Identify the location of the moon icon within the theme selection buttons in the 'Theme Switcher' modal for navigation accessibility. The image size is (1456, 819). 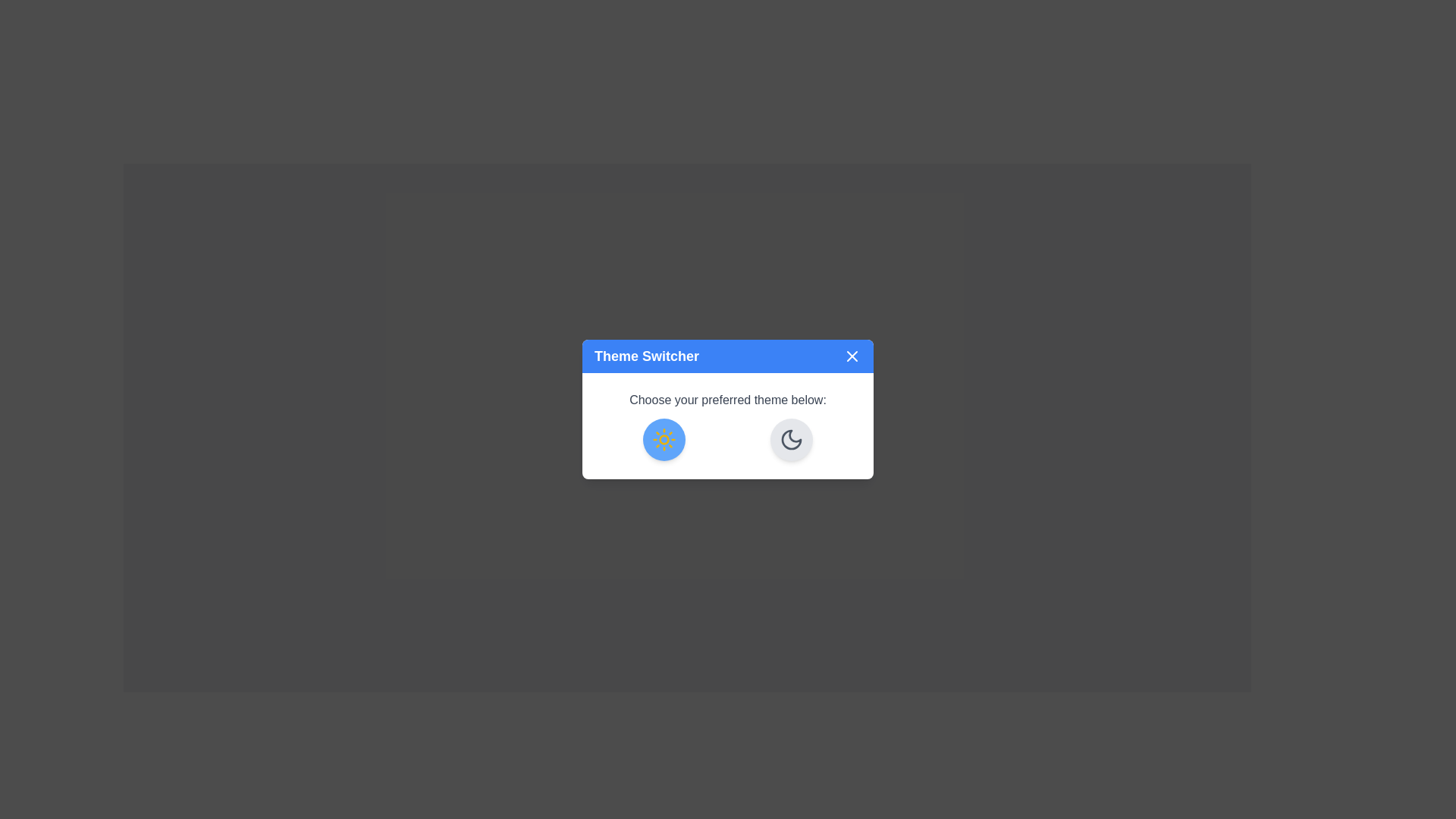
(790, 439).